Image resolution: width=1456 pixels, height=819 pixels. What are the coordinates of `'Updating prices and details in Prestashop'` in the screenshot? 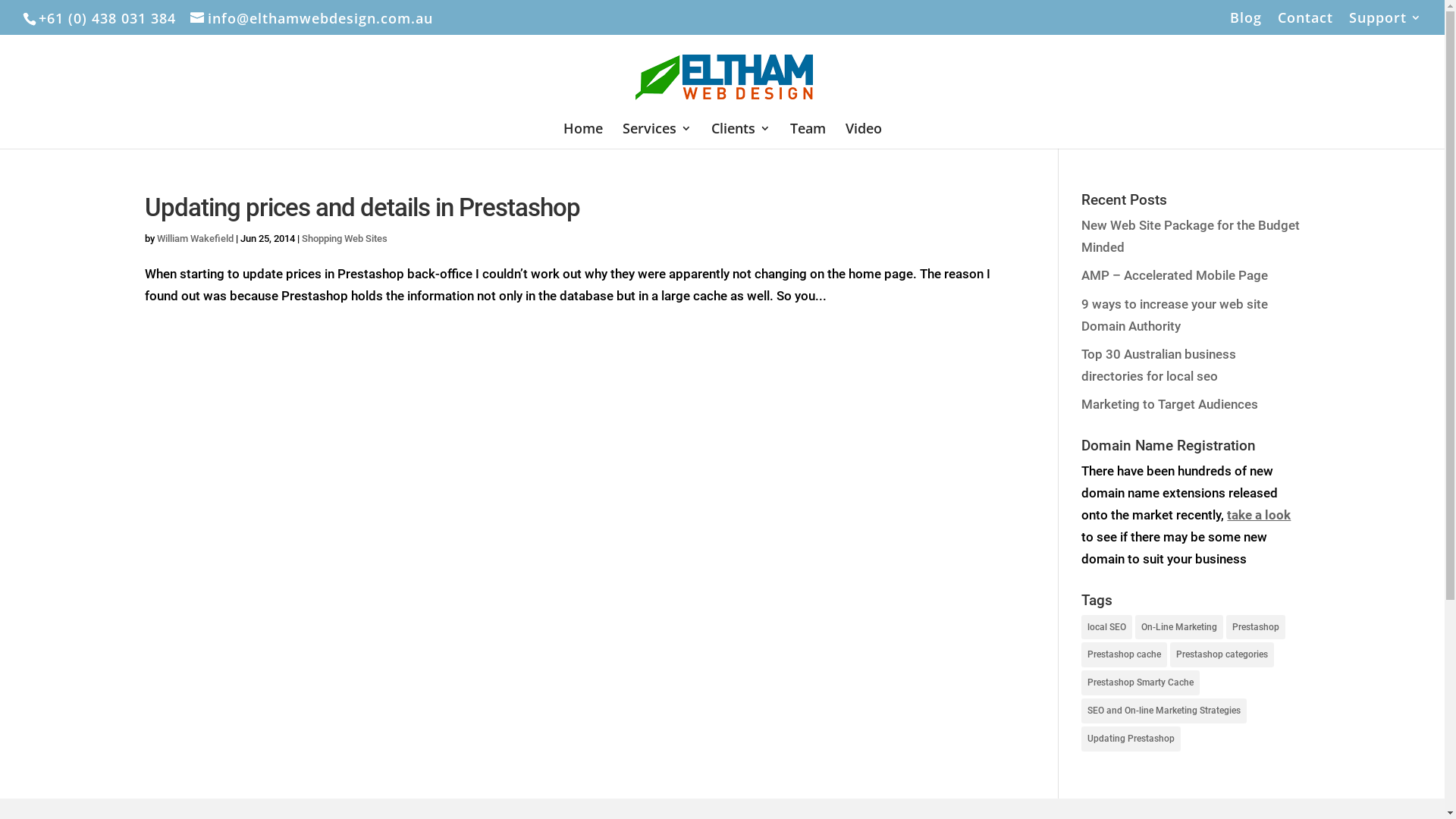 It's located at (360, 207).